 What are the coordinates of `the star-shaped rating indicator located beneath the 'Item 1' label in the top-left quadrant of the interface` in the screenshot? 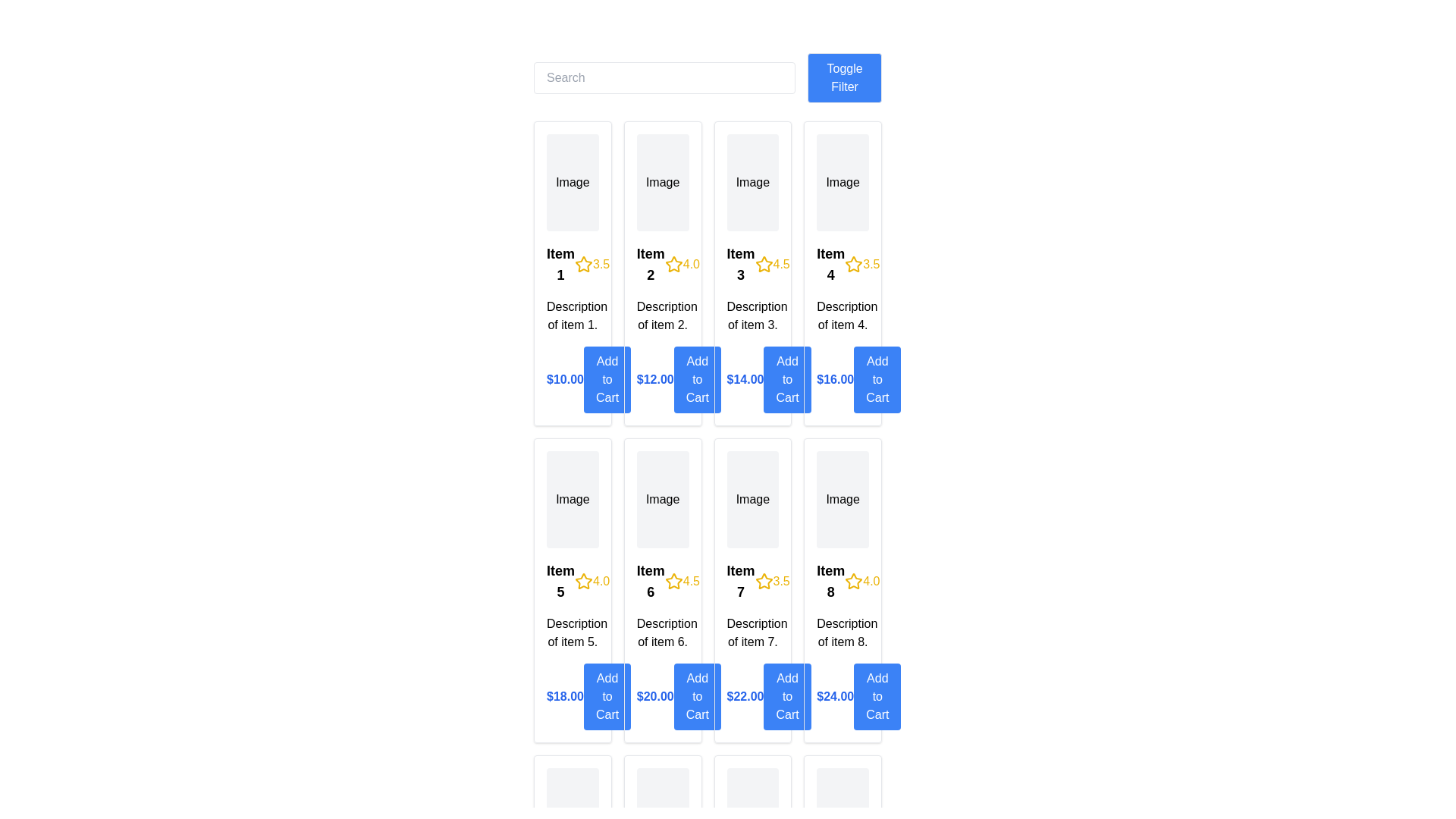 It's located at (582, 263).